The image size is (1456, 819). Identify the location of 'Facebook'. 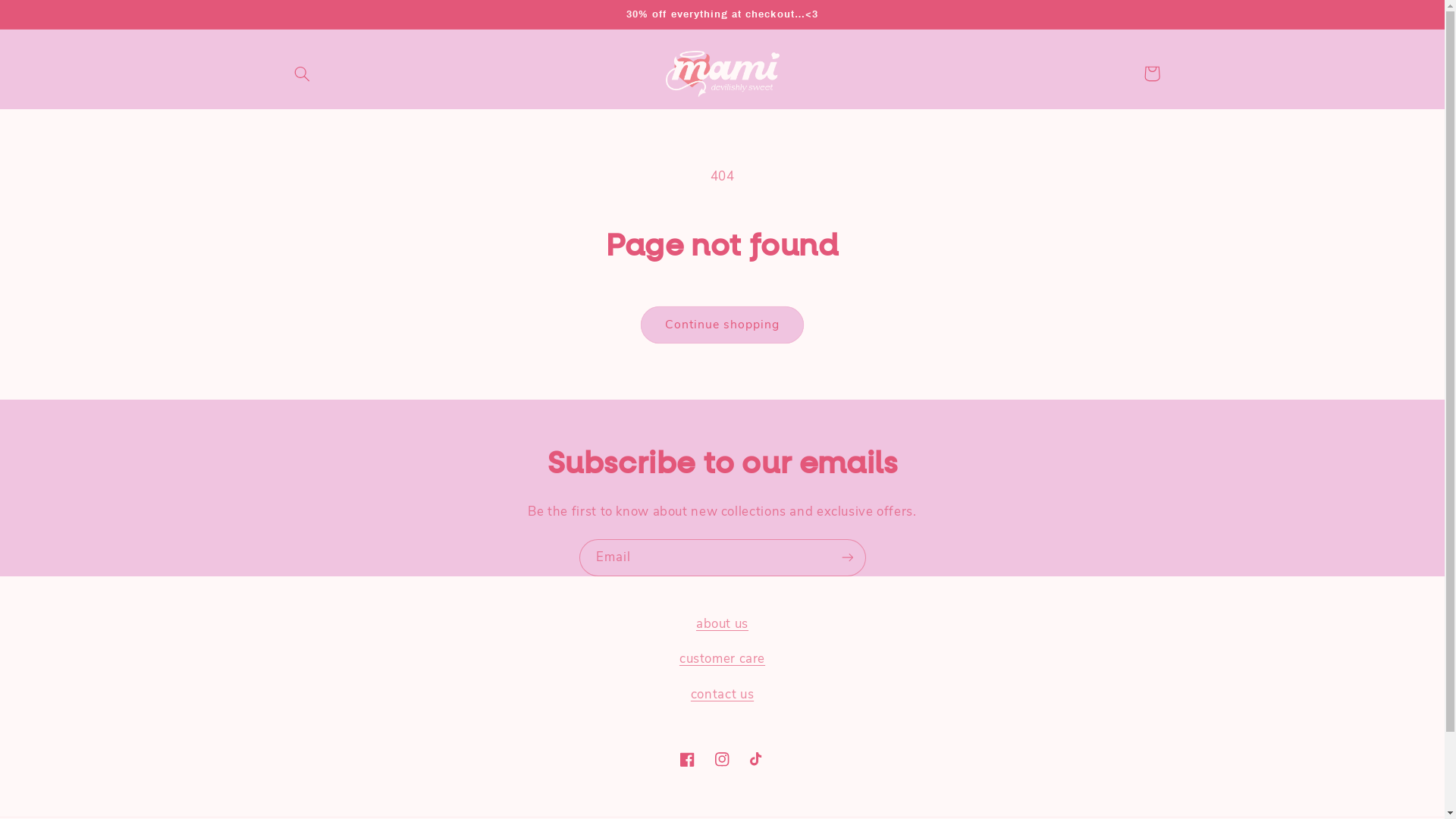
(686, 759).